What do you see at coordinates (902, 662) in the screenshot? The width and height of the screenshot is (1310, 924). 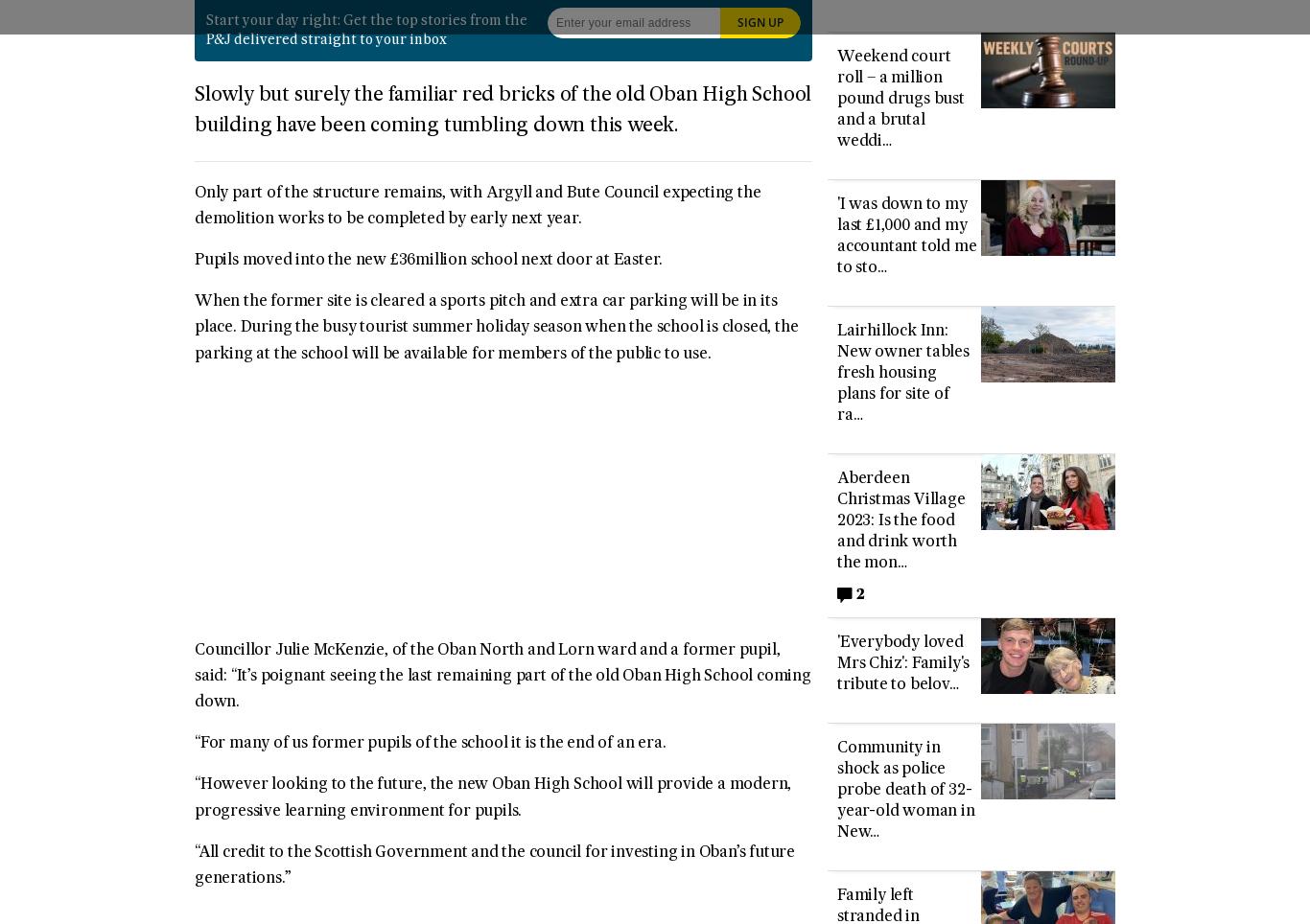 I see `''Everybody loved Mrs Chiz': Family's tribute to belov…'` at bounding box center [902, 662].